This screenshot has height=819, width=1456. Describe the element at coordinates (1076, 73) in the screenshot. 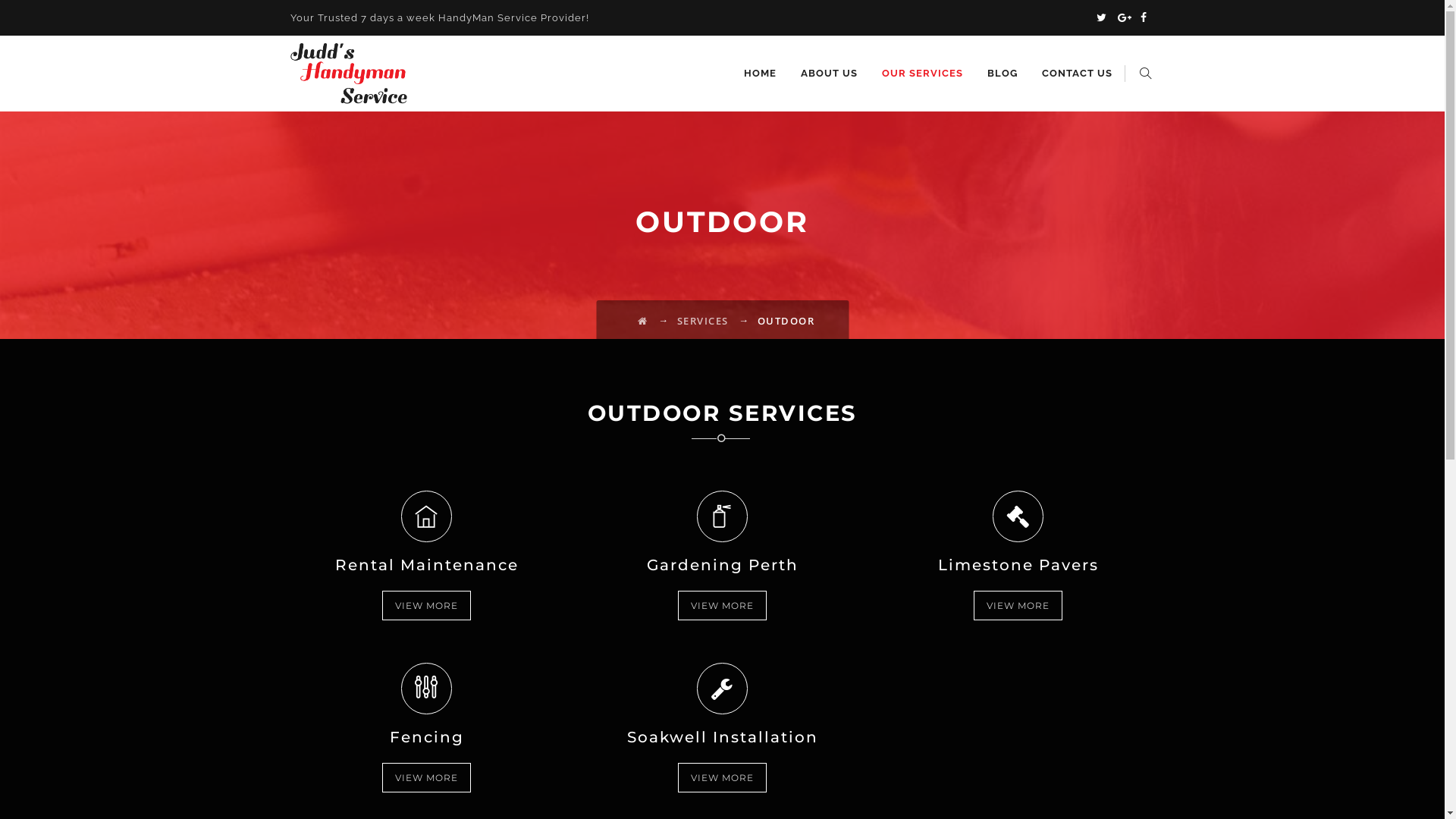

I see `'CONTACT US'` at that location.